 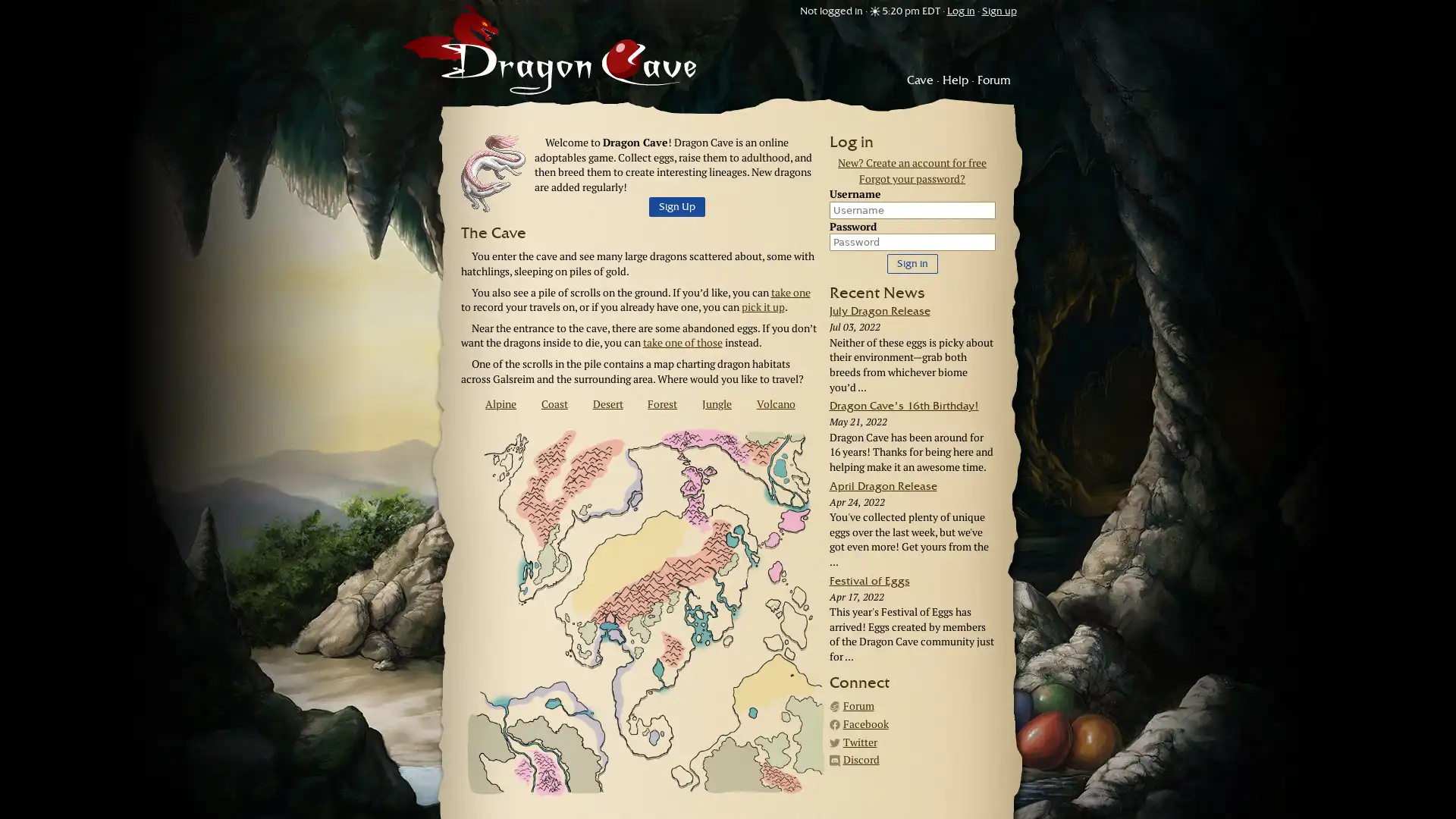 I want to click on Sign in, so click(x=911, y=262).